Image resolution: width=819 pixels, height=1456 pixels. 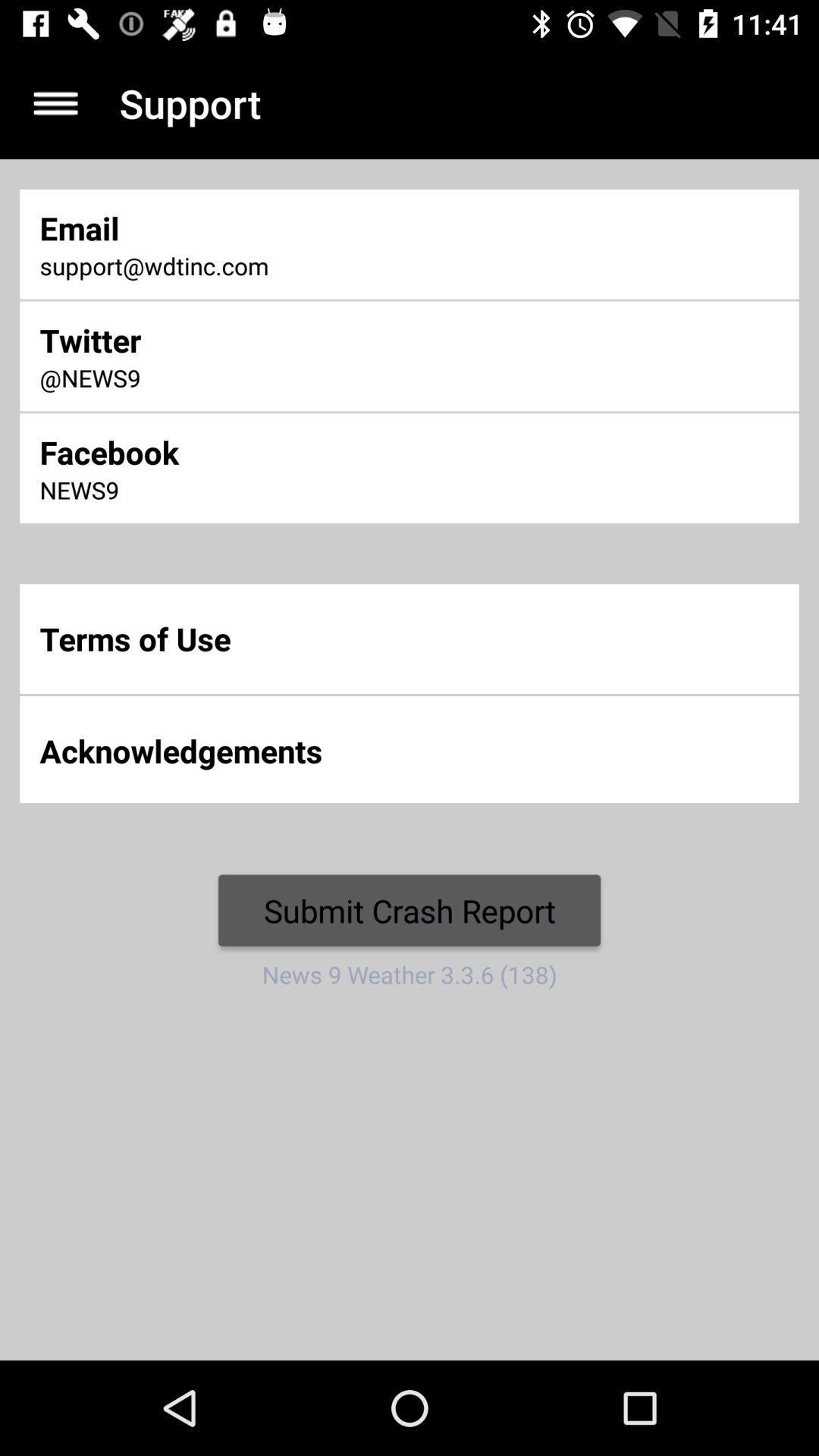 I want to click on email, so click(x=271, y=227).